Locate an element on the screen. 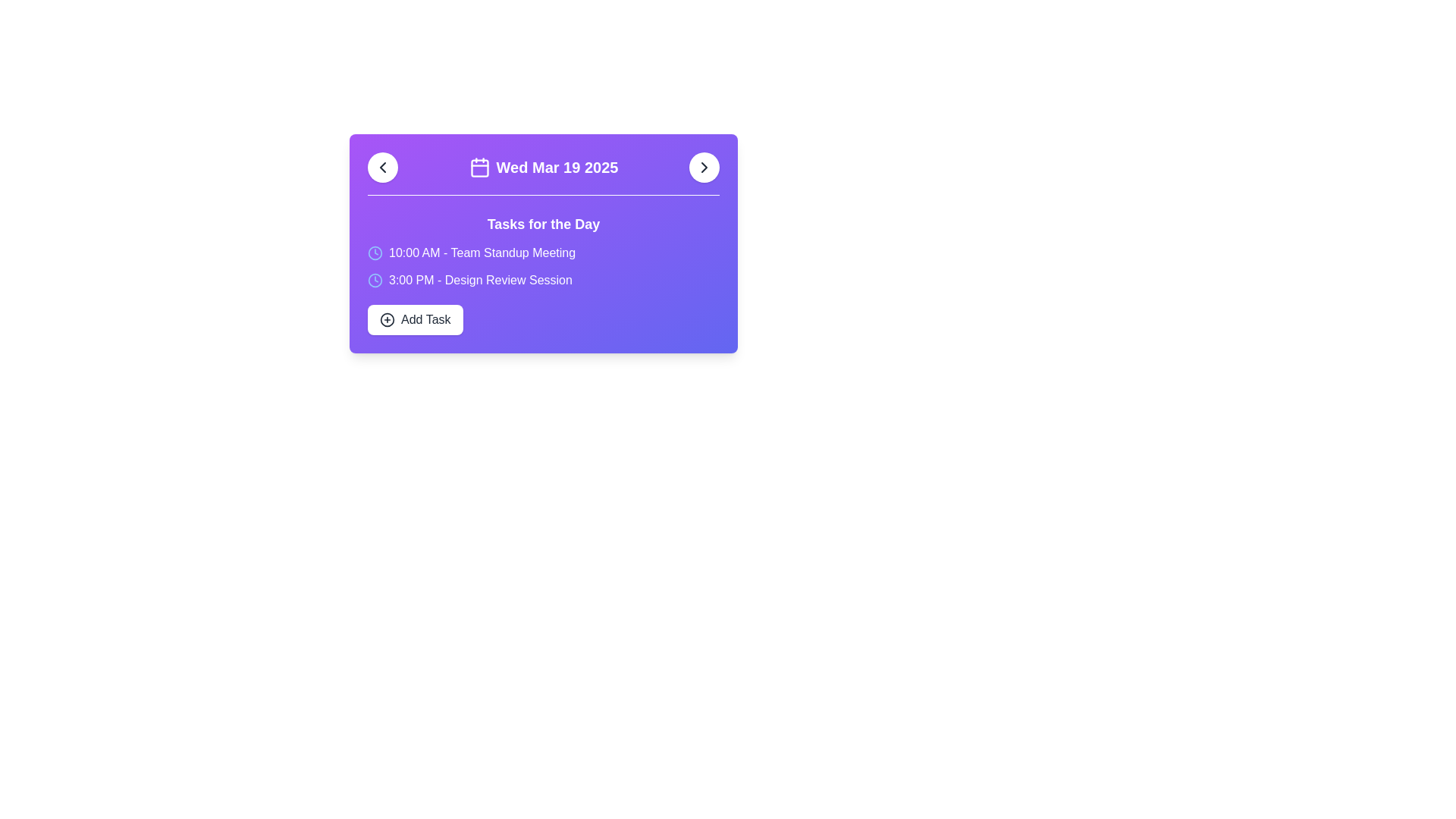 This screenshot has height=819, width=1456. the circular button with a white background and a left-pointing chevron icon is located at coordinates (382, 167).